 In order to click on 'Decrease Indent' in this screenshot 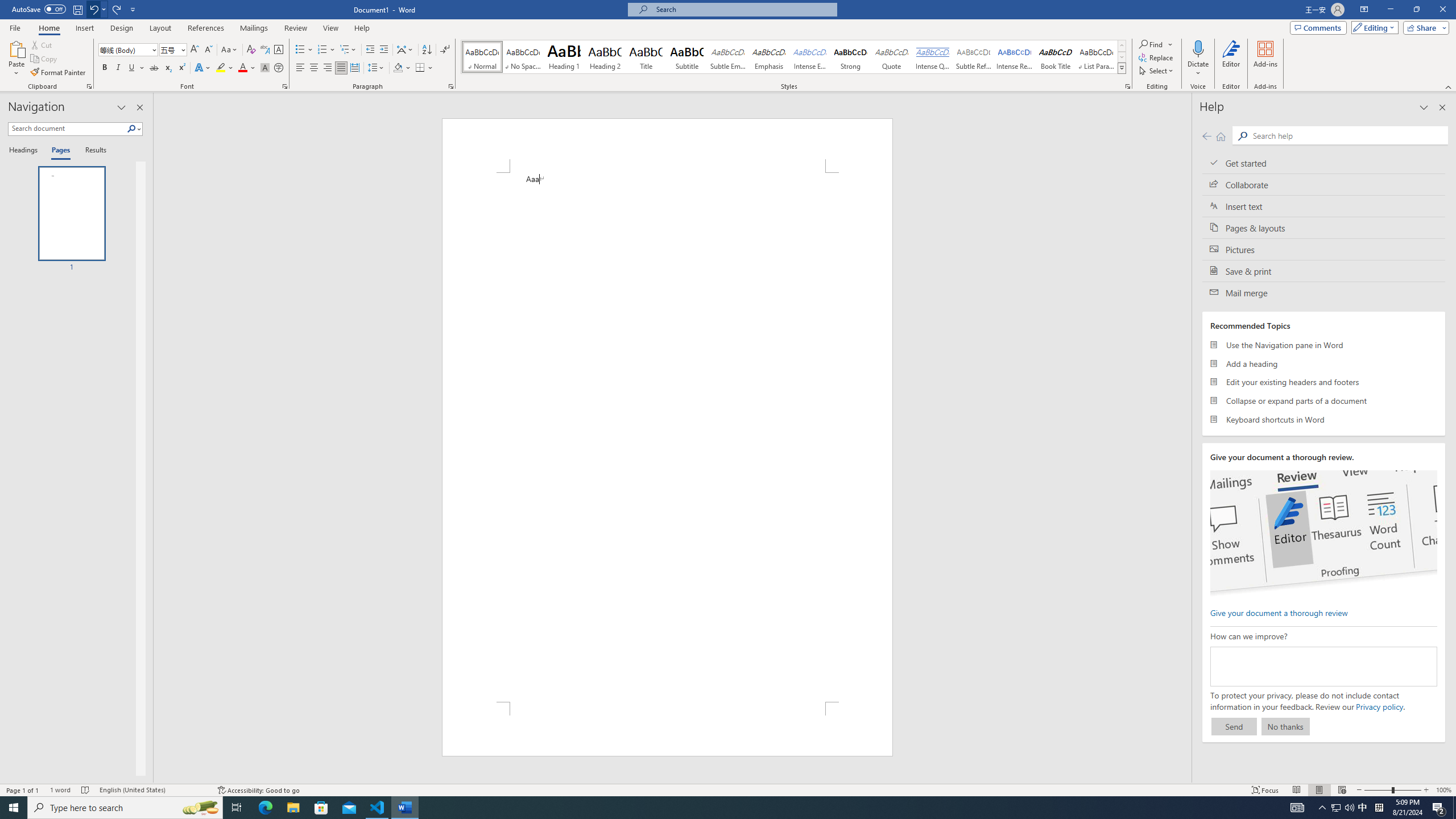, I will do `click(370, 49)`.